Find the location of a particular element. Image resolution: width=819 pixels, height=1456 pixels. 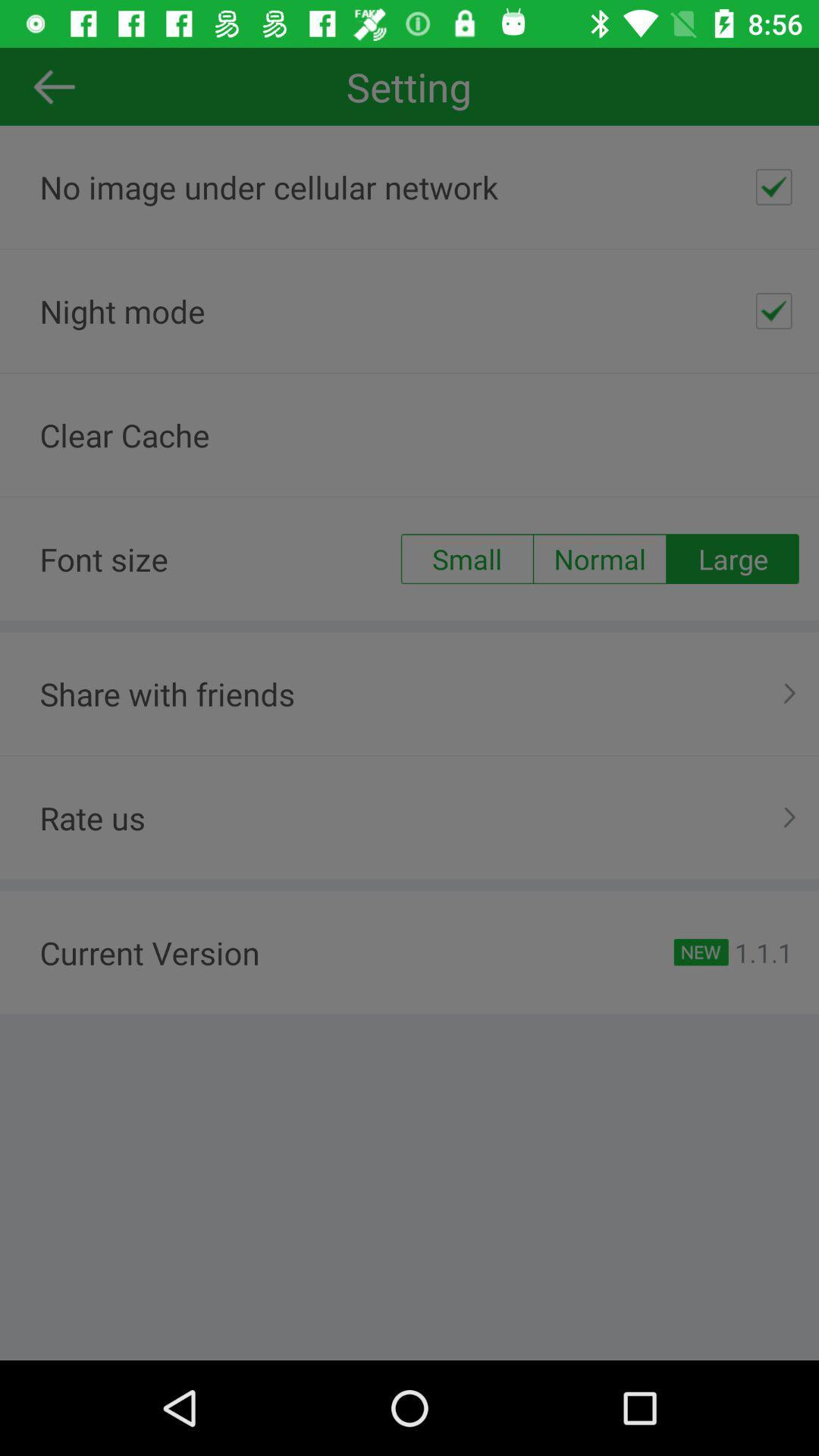

the item above share with friends item is located at coordinates (599, 558).